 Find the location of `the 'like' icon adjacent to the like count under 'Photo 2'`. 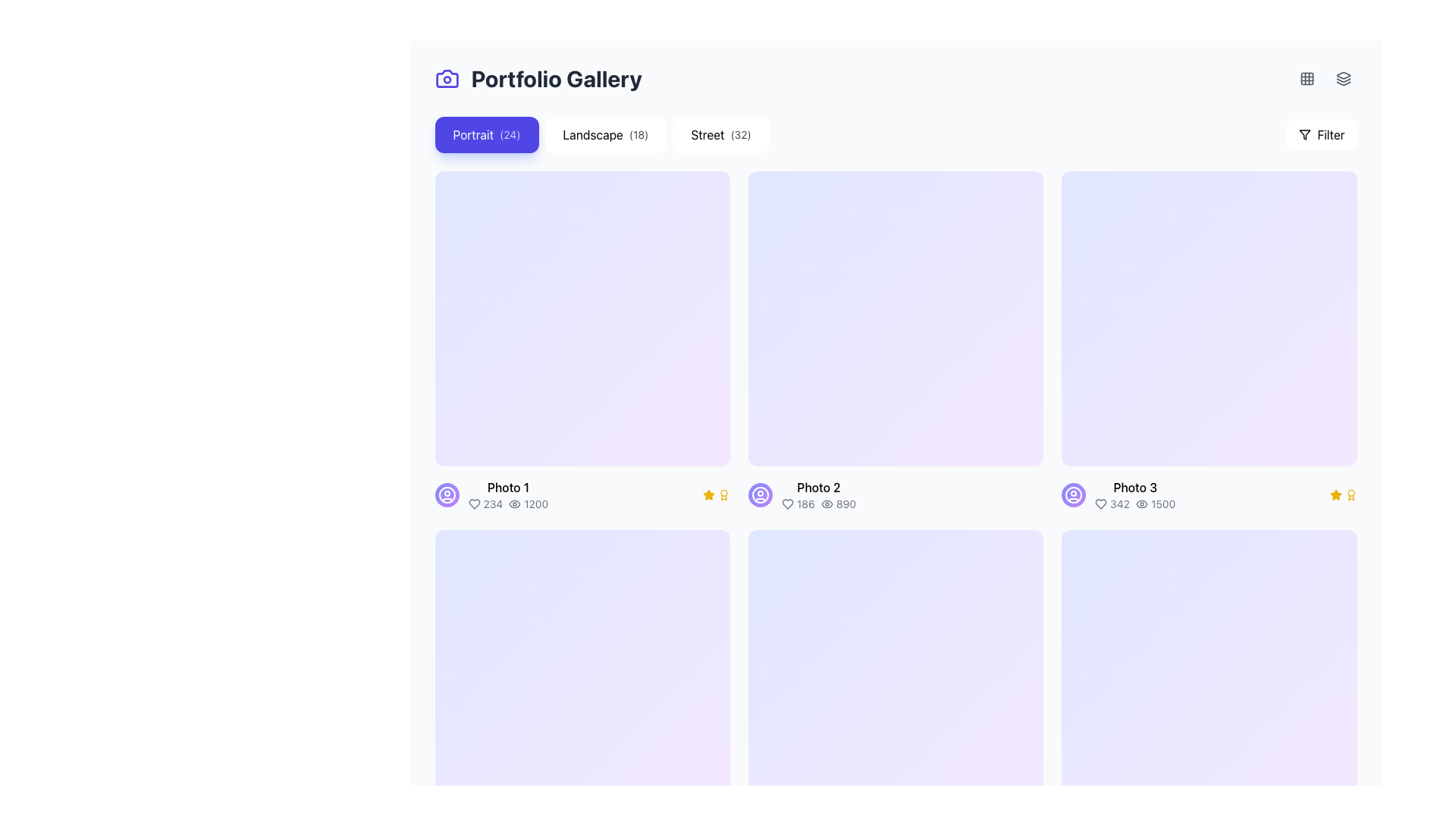

the 'like' icon adjacent to the like count under 'Photo 2' is located at coordinates (787, 504).